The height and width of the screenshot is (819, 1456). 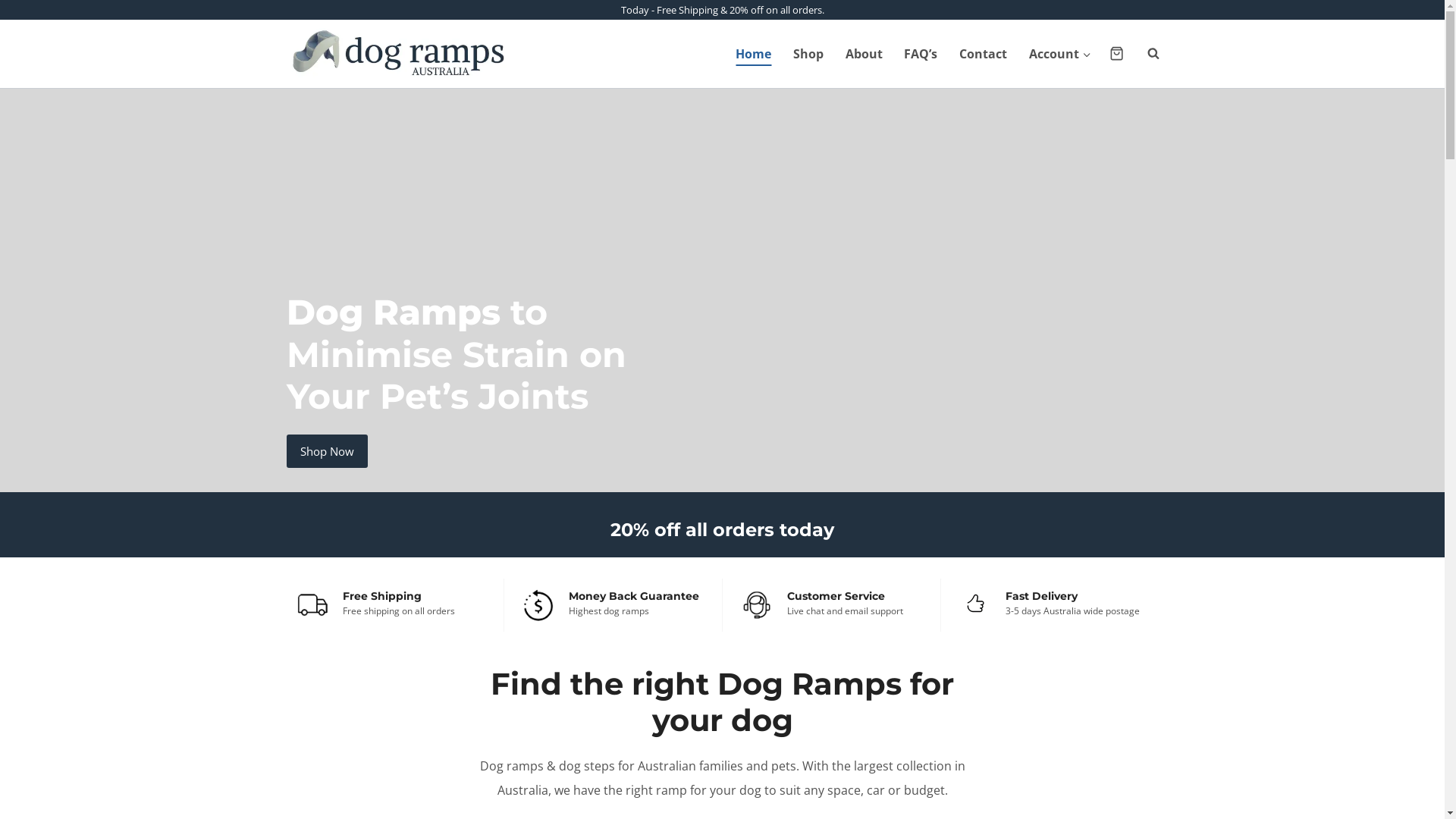 I want to click on 'Account', so click(x=1059, y=52).